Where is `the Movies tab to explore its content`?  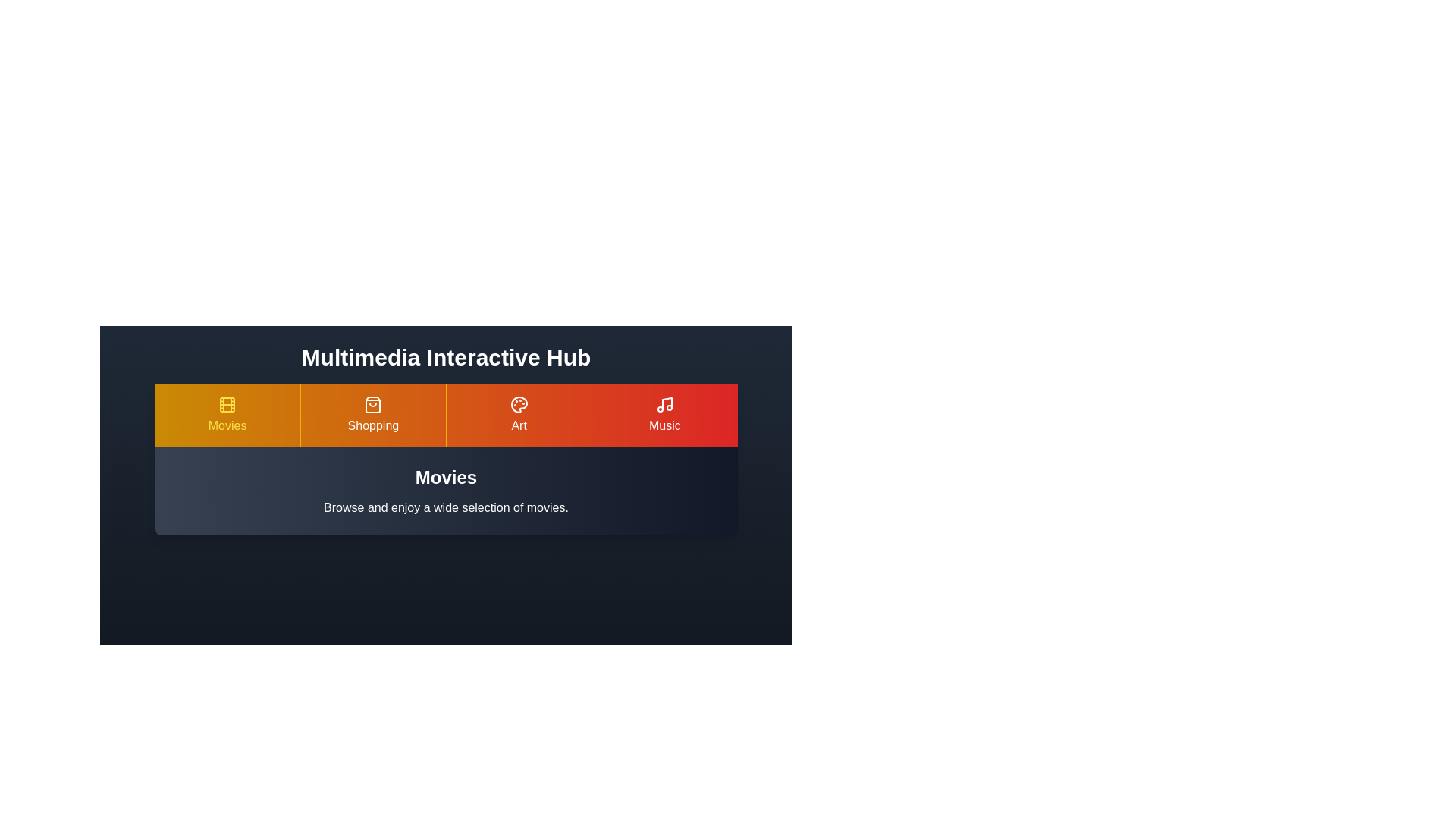
the Movies tab to explore its content is located at coordinates (226, 415).